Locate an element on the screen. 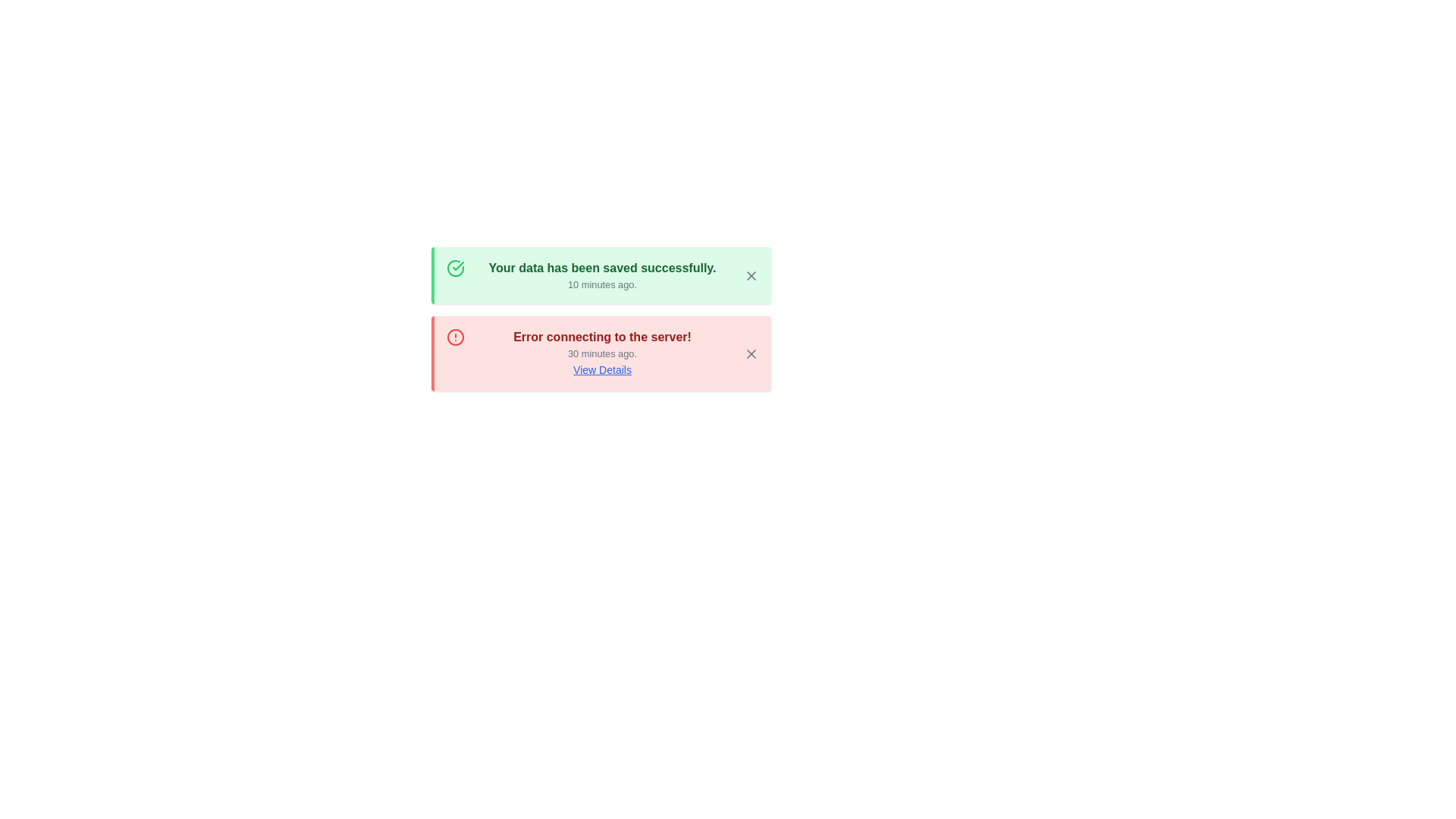  checkmark icon, which is part of a circular SVG-styled success notification, by opening the developer tools is located at coordinates (457, 265).